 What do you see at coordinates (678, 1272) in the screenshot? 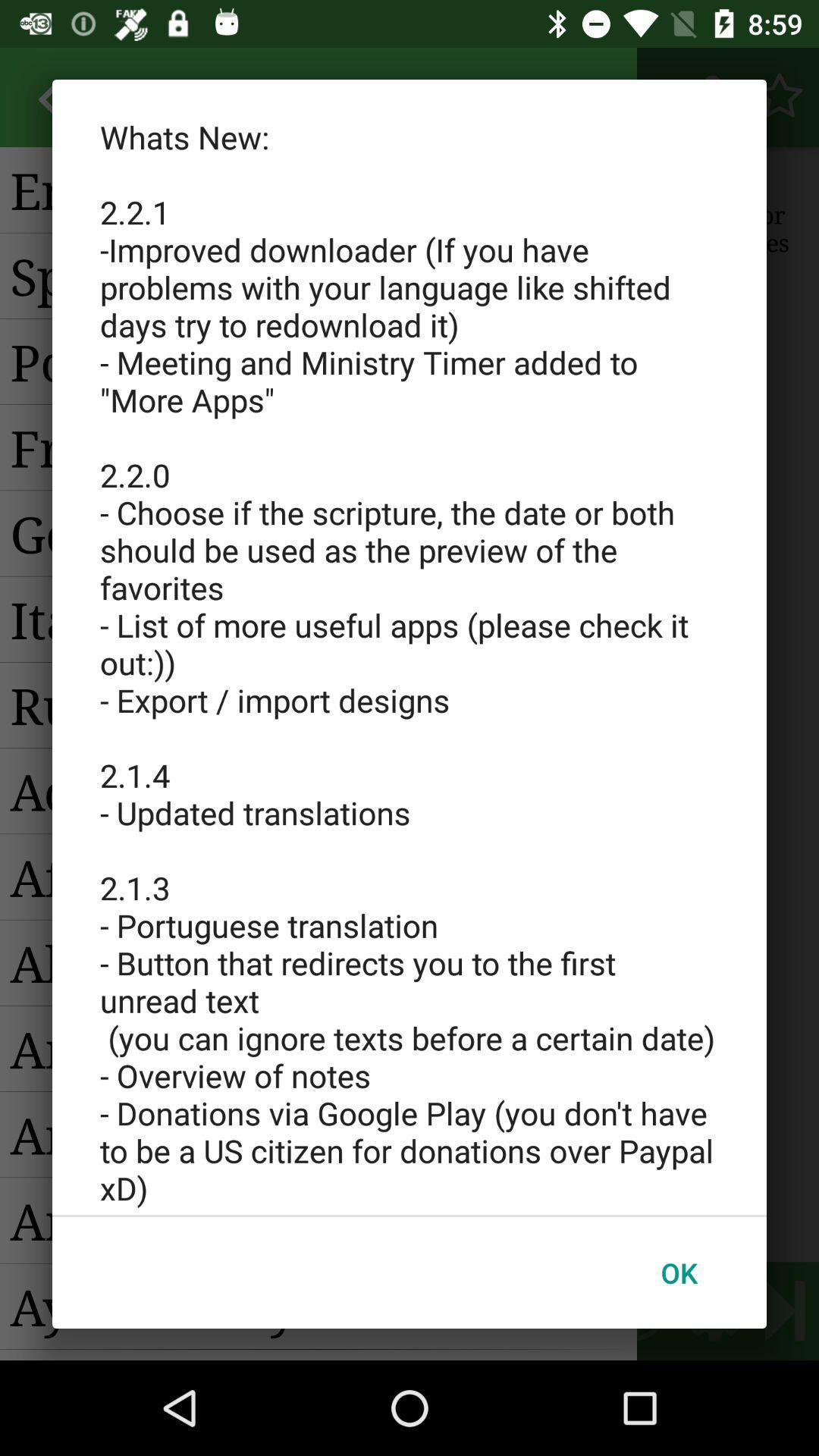
I see `ok item` at bounding box center [678, 1272].